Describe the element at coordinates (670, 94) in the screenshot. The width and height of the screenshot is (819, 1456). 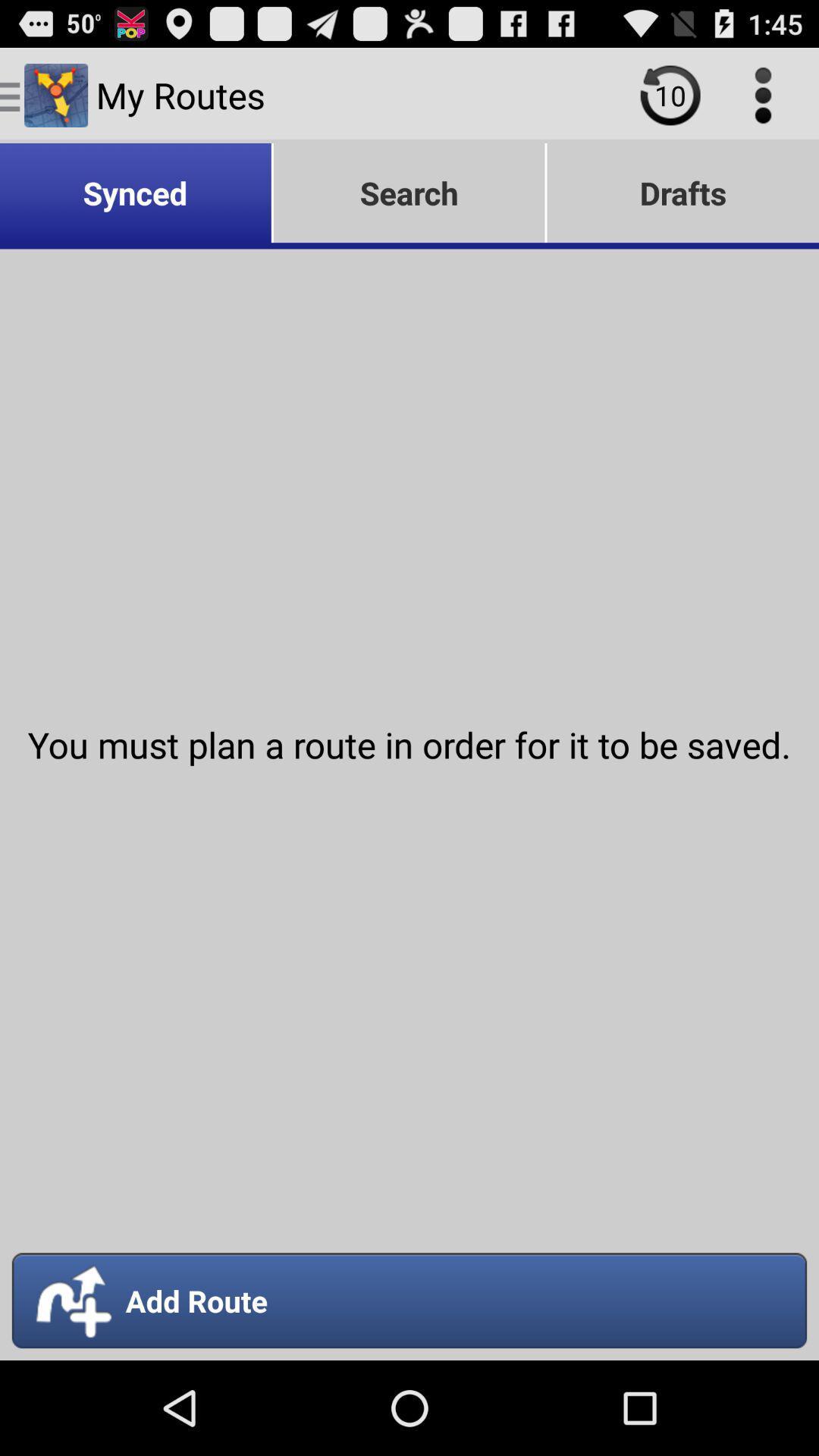
I see `app to the right of the my routes app` at that location.